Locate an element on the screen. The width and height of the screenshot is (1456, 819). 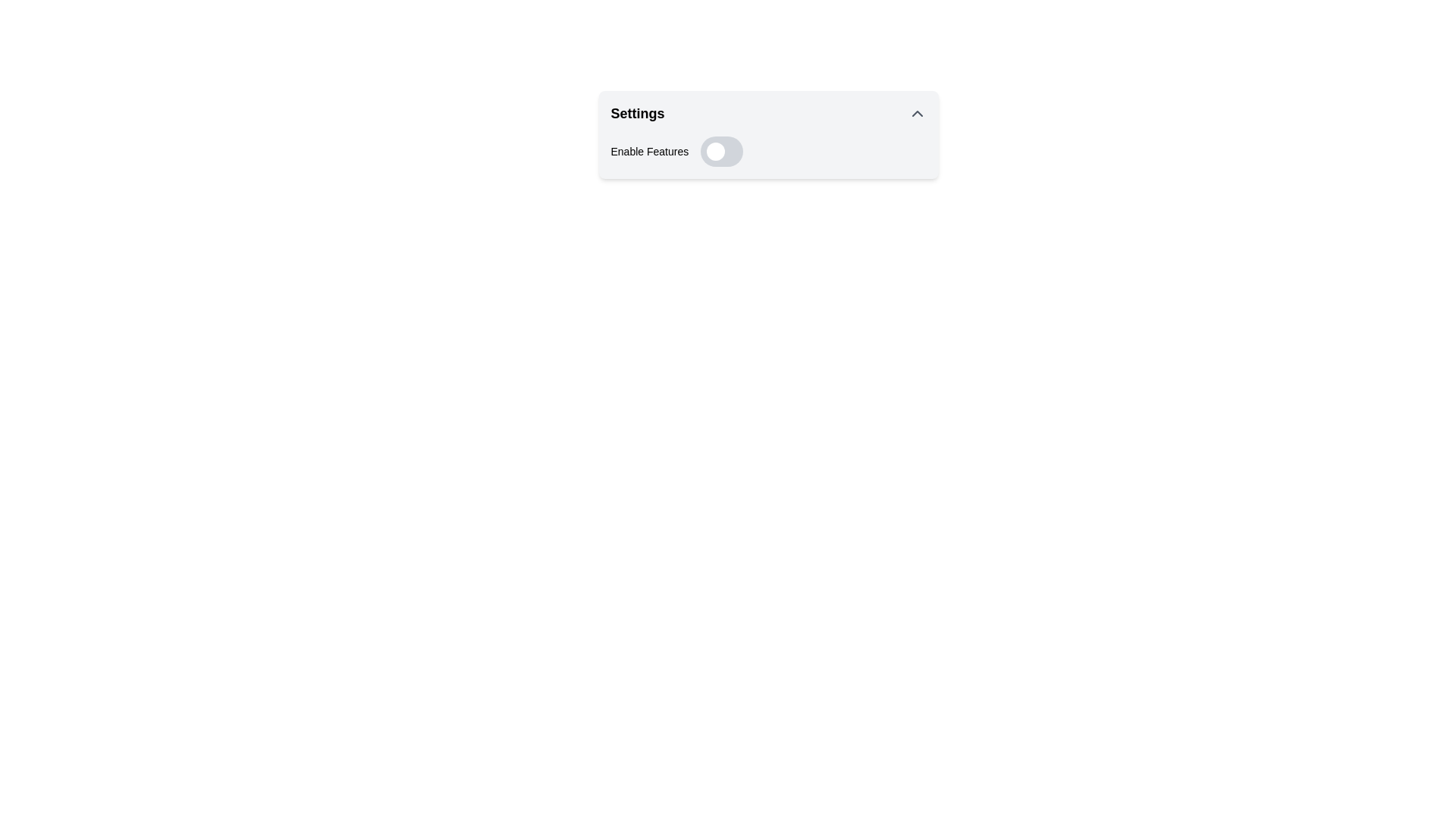
the text label reading 'Enable Features', which is styled in a small font and positioned to the left of a switch component in the settings panel is located at coordinates (649, 152).